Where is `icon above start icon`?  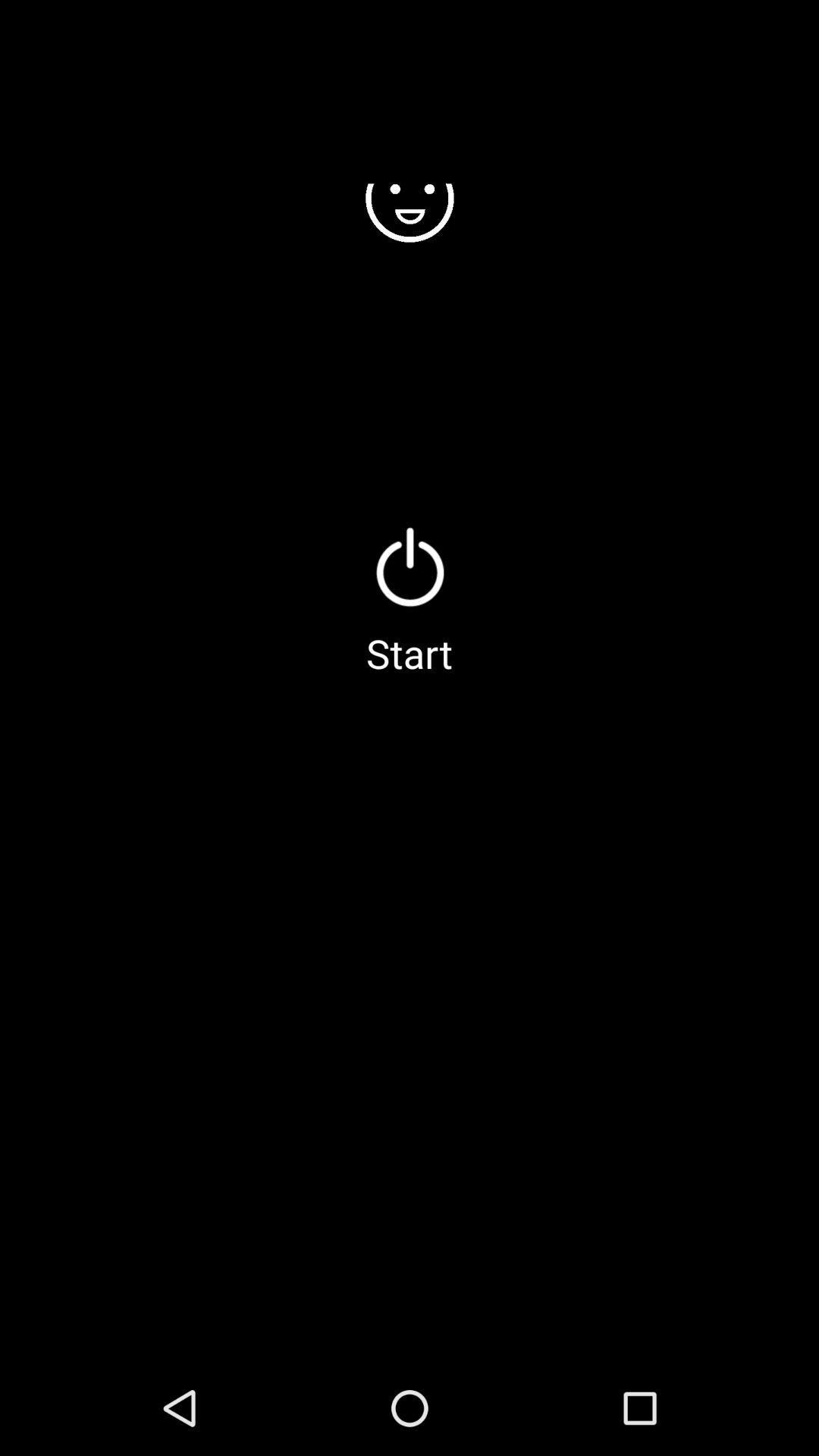 icon above start icon is located at coordinates (409, 566).